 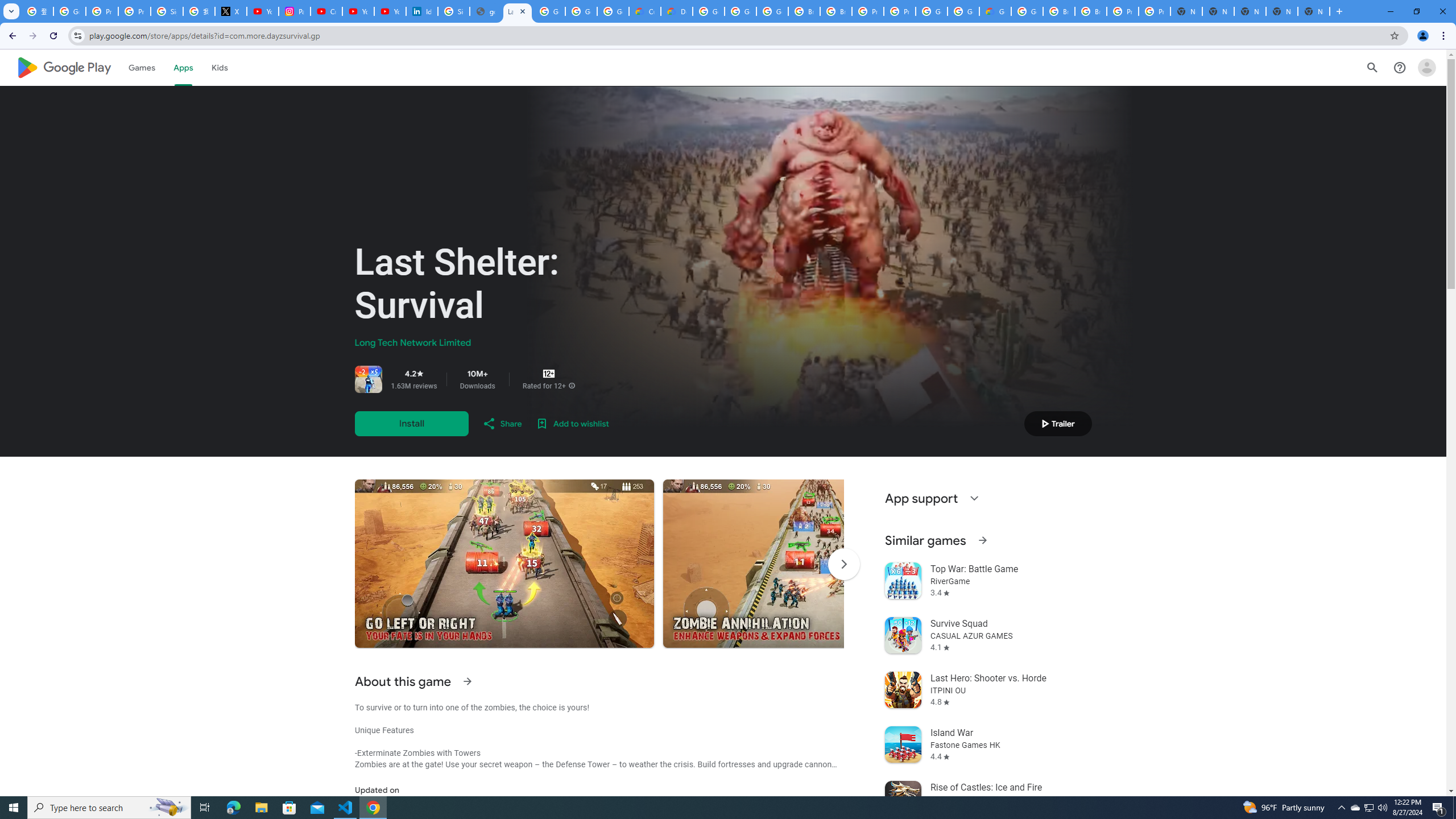 I want to click on 'Privacy Help Center - Policies Help', so click(x=134, y=11).